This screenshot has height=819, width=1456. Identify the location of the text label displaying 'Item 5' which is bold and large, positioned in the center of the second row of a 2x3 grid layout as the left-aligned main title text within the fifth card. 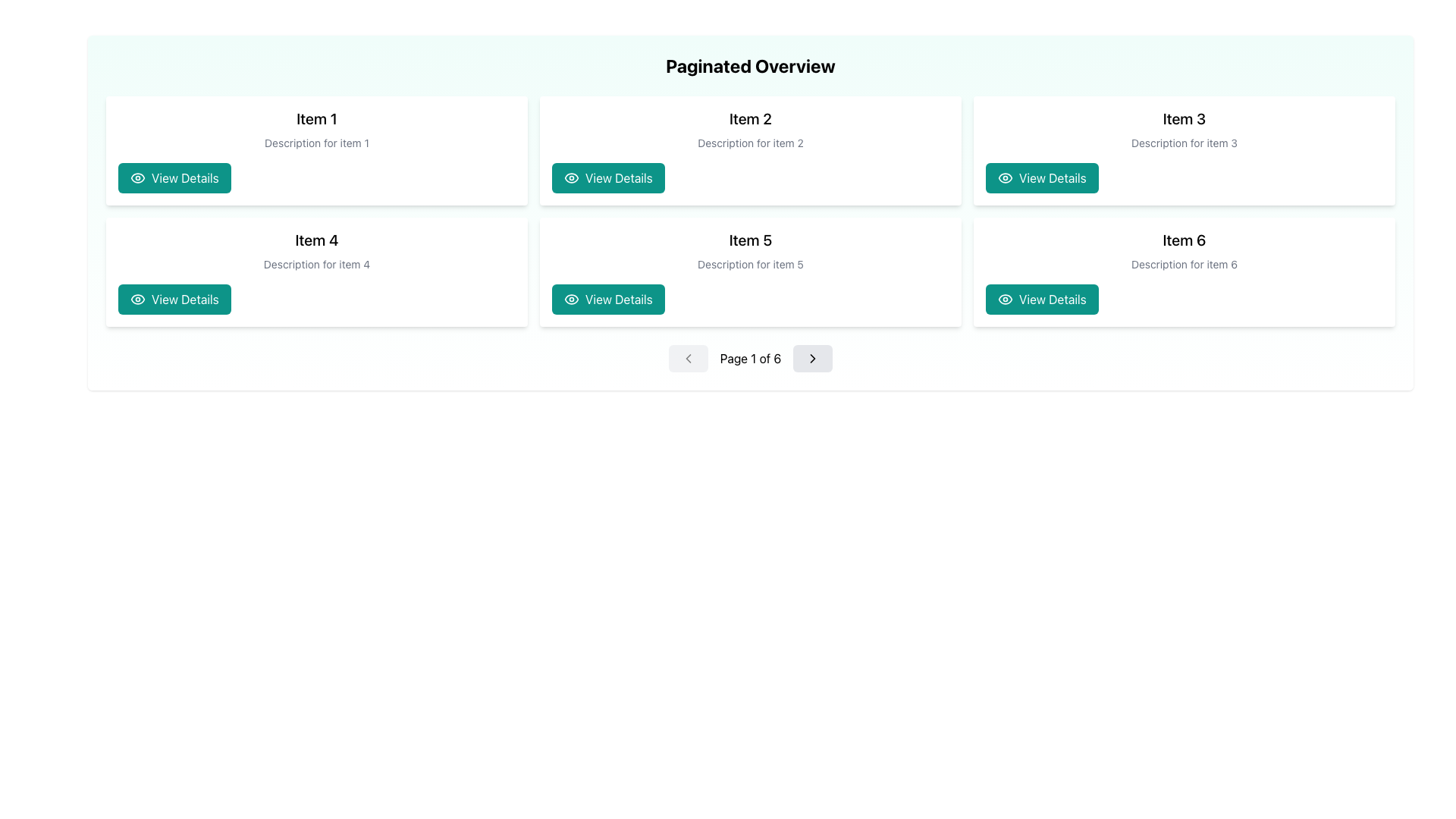
(750, 239).